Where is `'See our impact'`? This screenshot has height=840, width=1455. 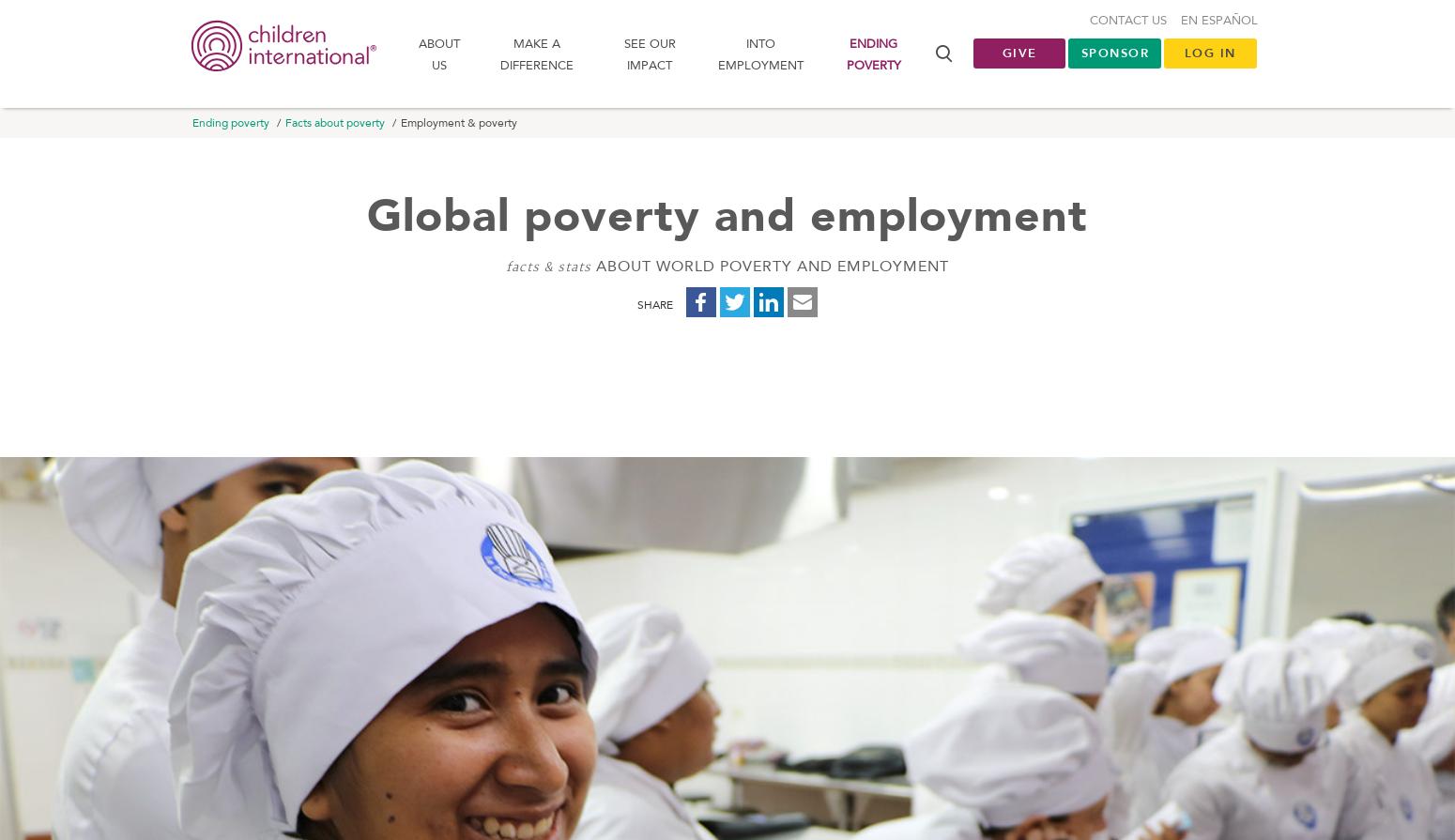
'See our impact' is located at coordinates (648, 59).